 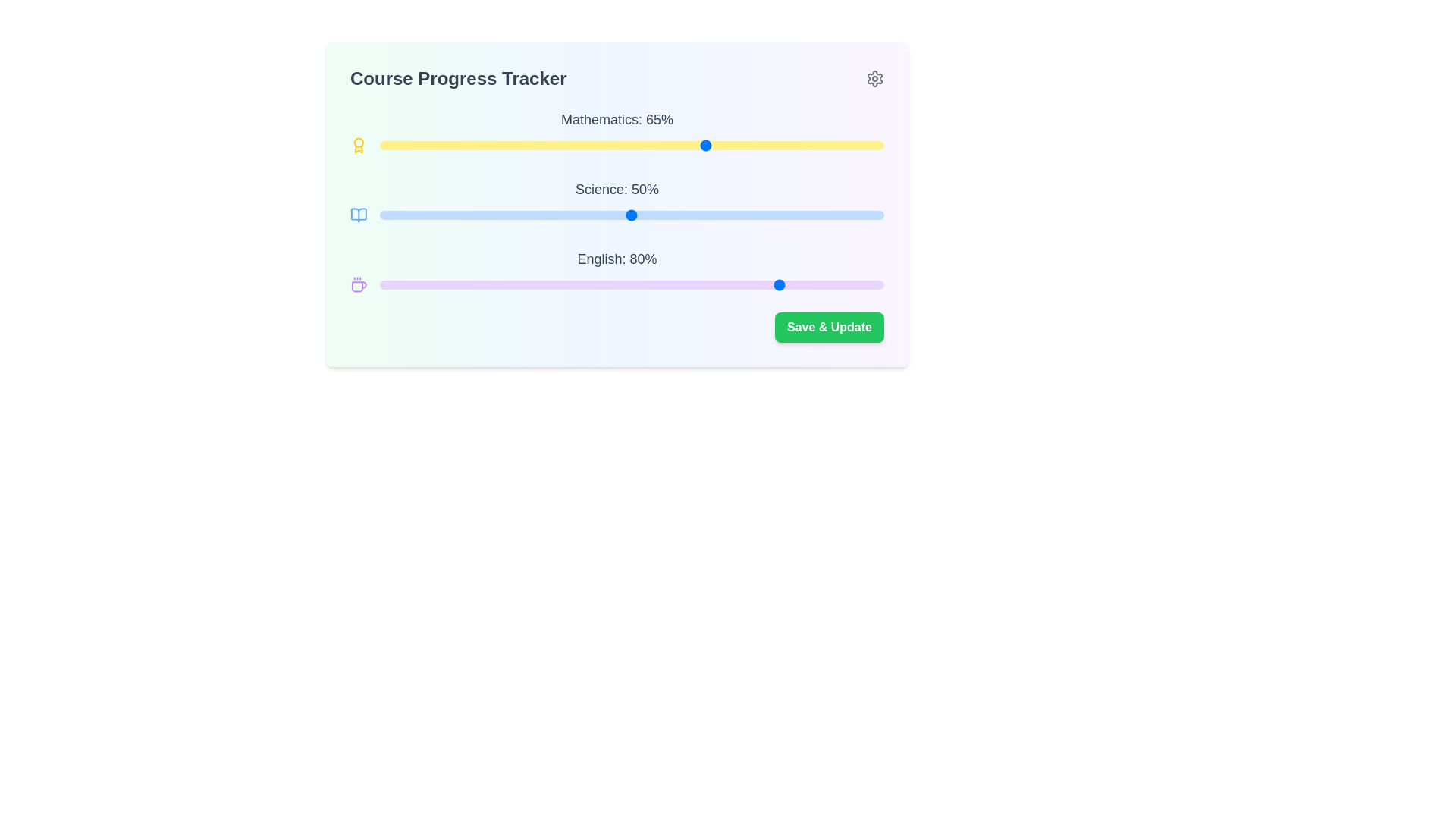 What do you see at coordinates (692, 284) in the screenshot?
I see `the English progress` at bounding box center [692, 284].